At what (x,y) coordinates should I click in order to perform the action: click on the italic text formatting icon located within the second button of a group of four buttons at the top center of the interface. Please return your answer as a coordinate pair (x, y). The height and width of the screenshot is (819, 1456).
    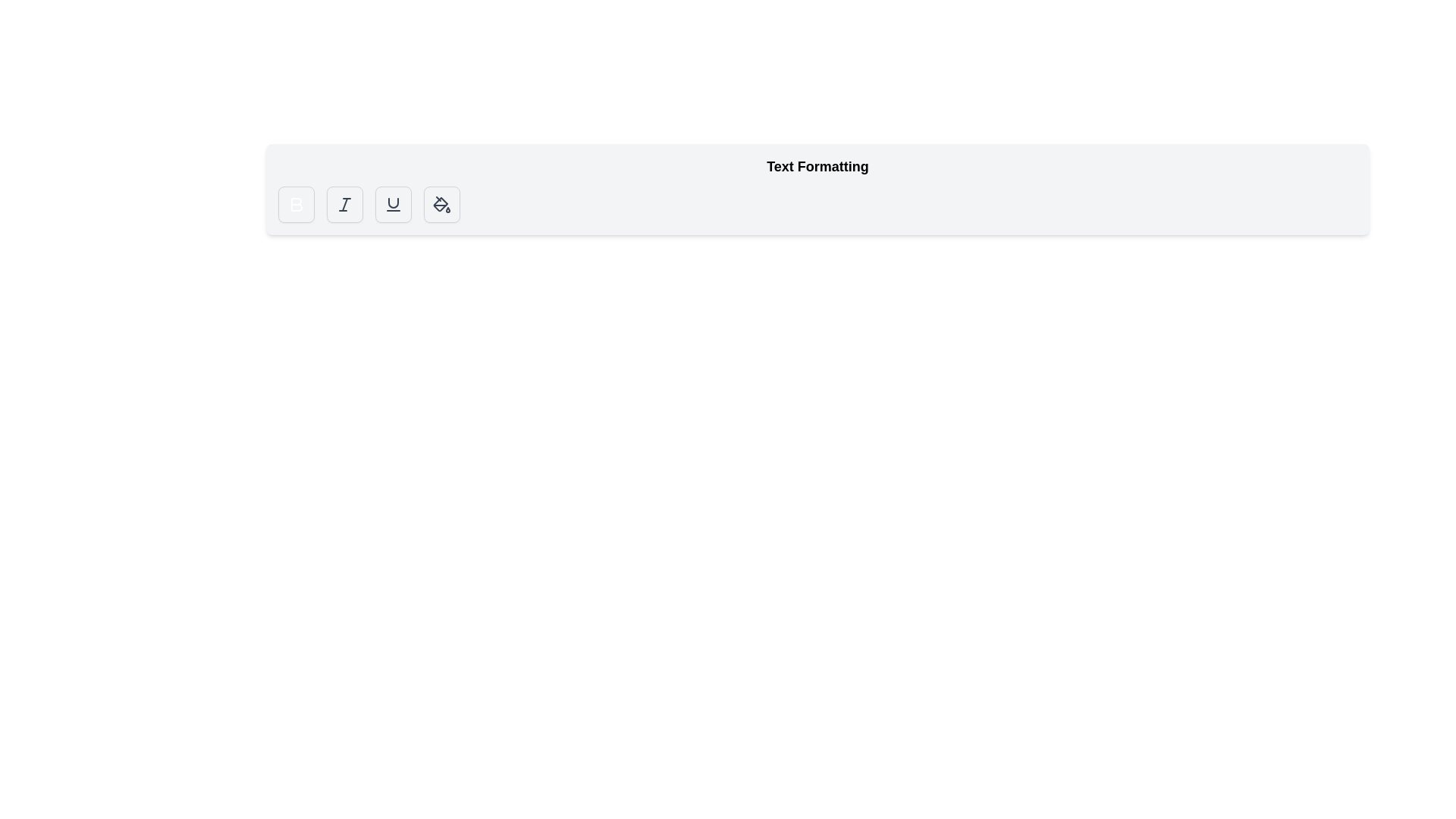
    Looking at the image, I should click on (344, 205).